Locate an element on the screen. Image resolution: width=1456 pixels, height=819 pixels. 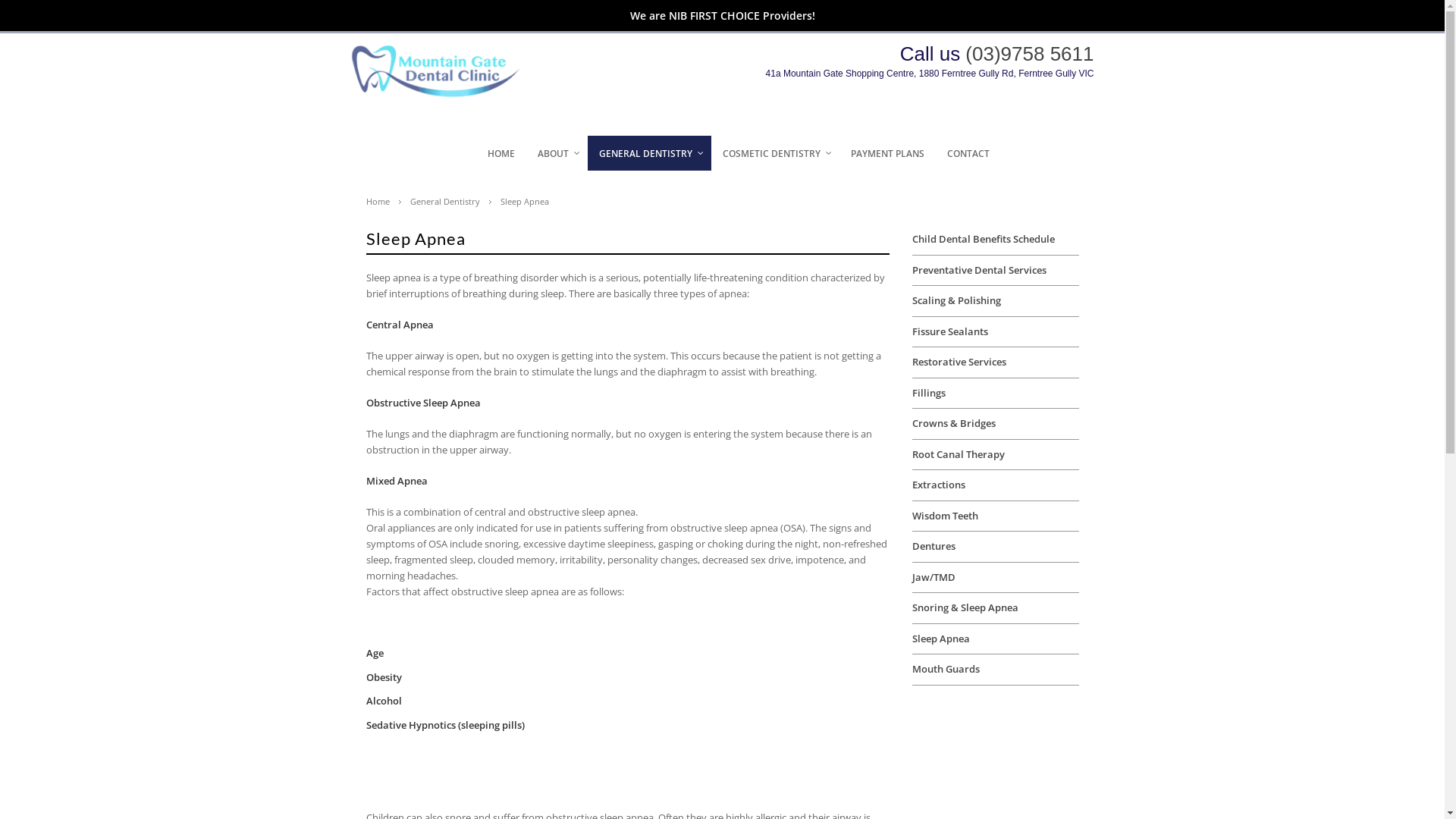
'Preventative Dental Services' is located at coordinates (978, 268).